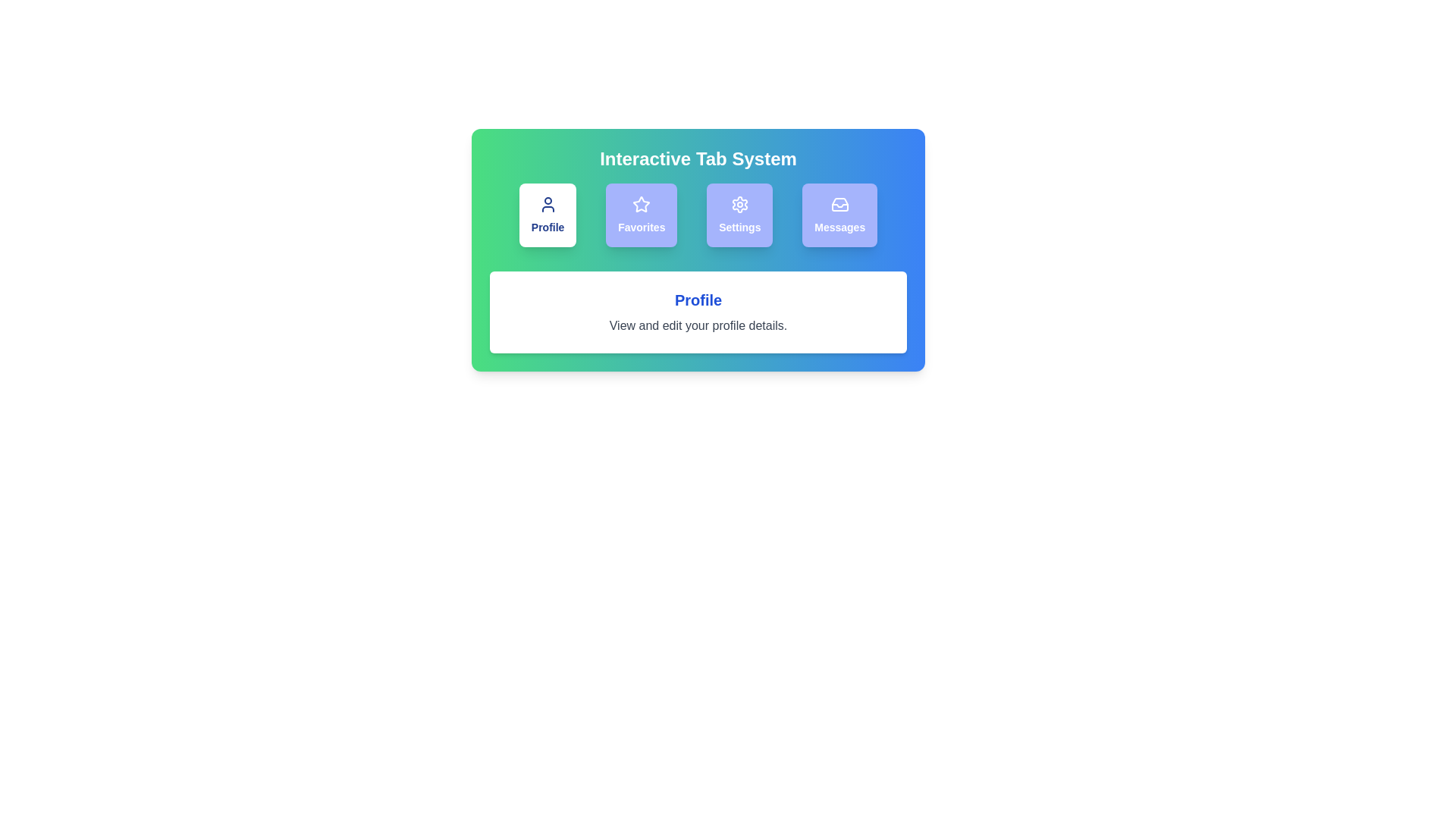 Image resolution: width=1456 pixels, height=819 pixels. I want to click on the Favorites tab to view its content, so click(641, 215).